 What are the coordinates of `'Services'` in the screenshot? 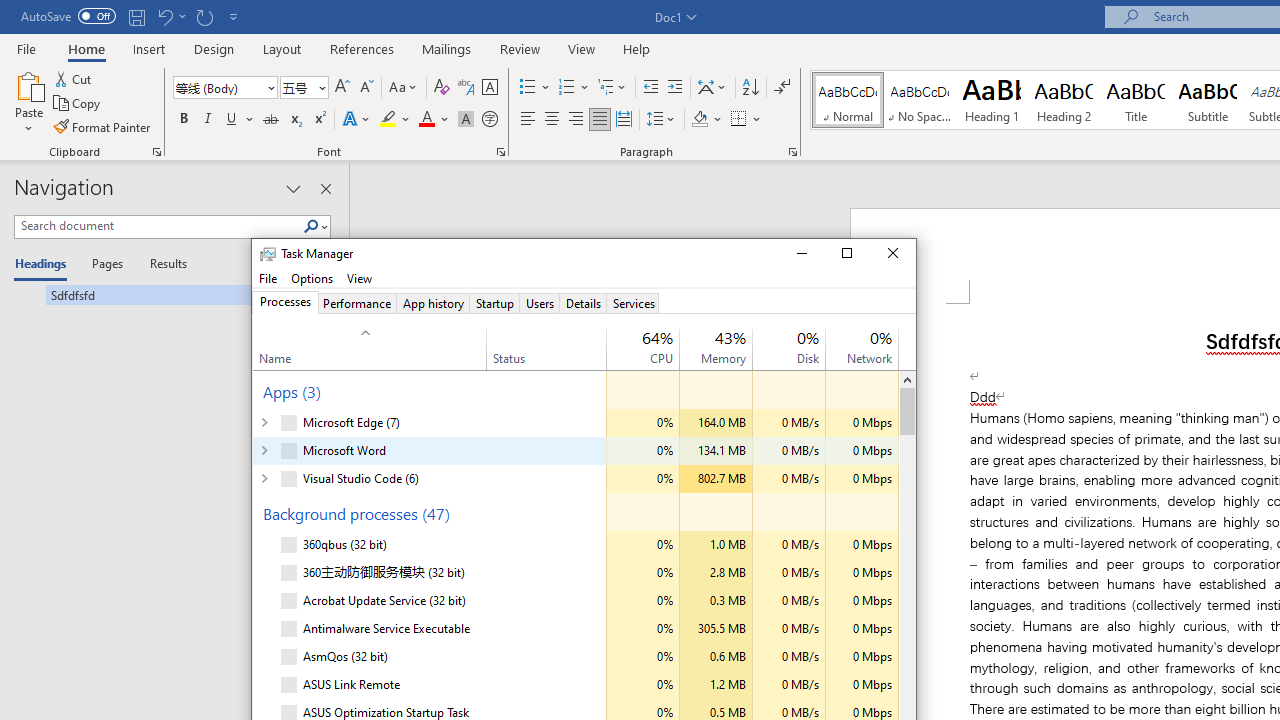 It's located at (632, 303).